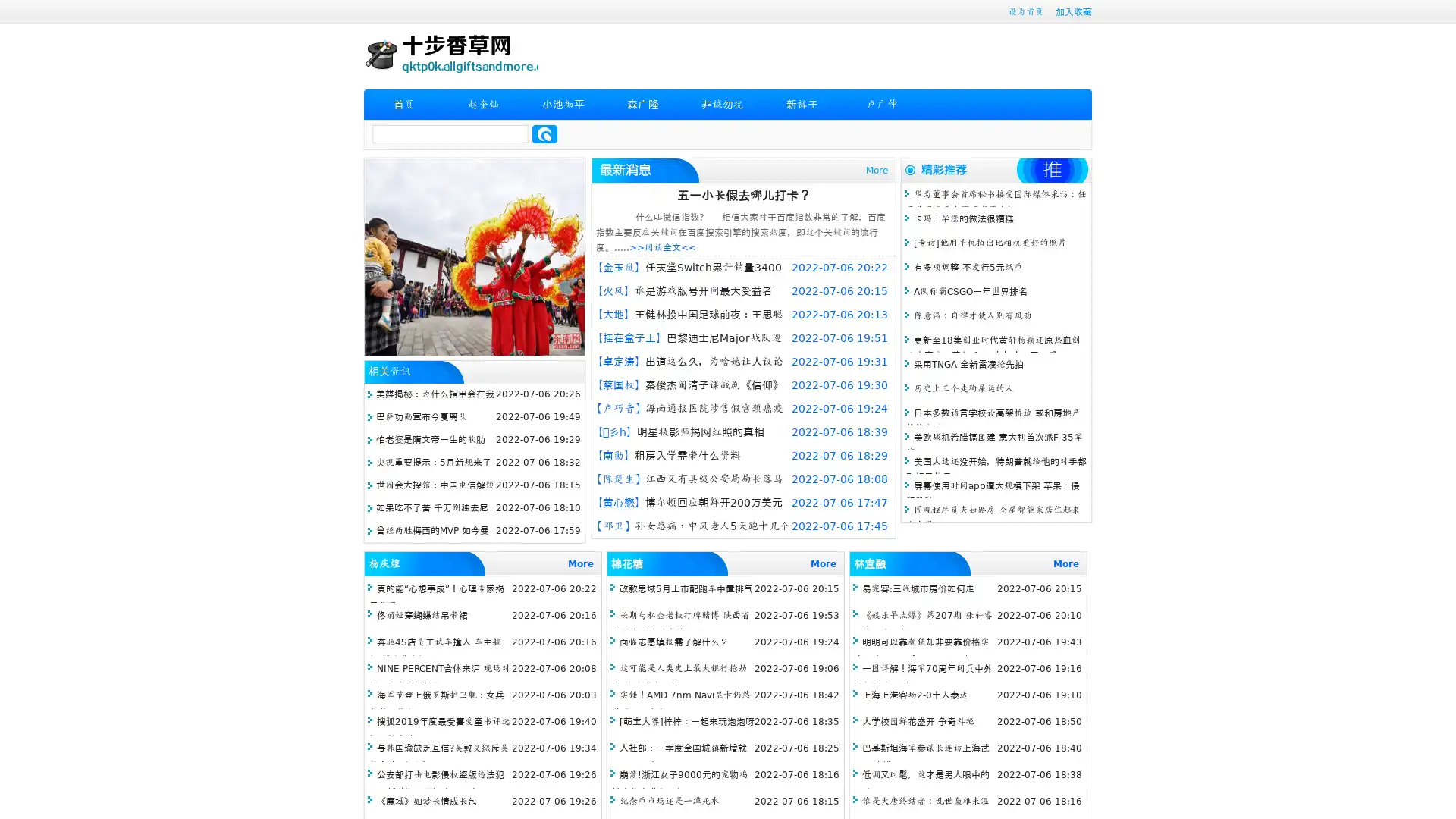 The width and height of the screenshot is (1456, 819). What do you see at coordinates (544, 133) in the screenshot?
I see `Search` at bounding box center [544, 133].